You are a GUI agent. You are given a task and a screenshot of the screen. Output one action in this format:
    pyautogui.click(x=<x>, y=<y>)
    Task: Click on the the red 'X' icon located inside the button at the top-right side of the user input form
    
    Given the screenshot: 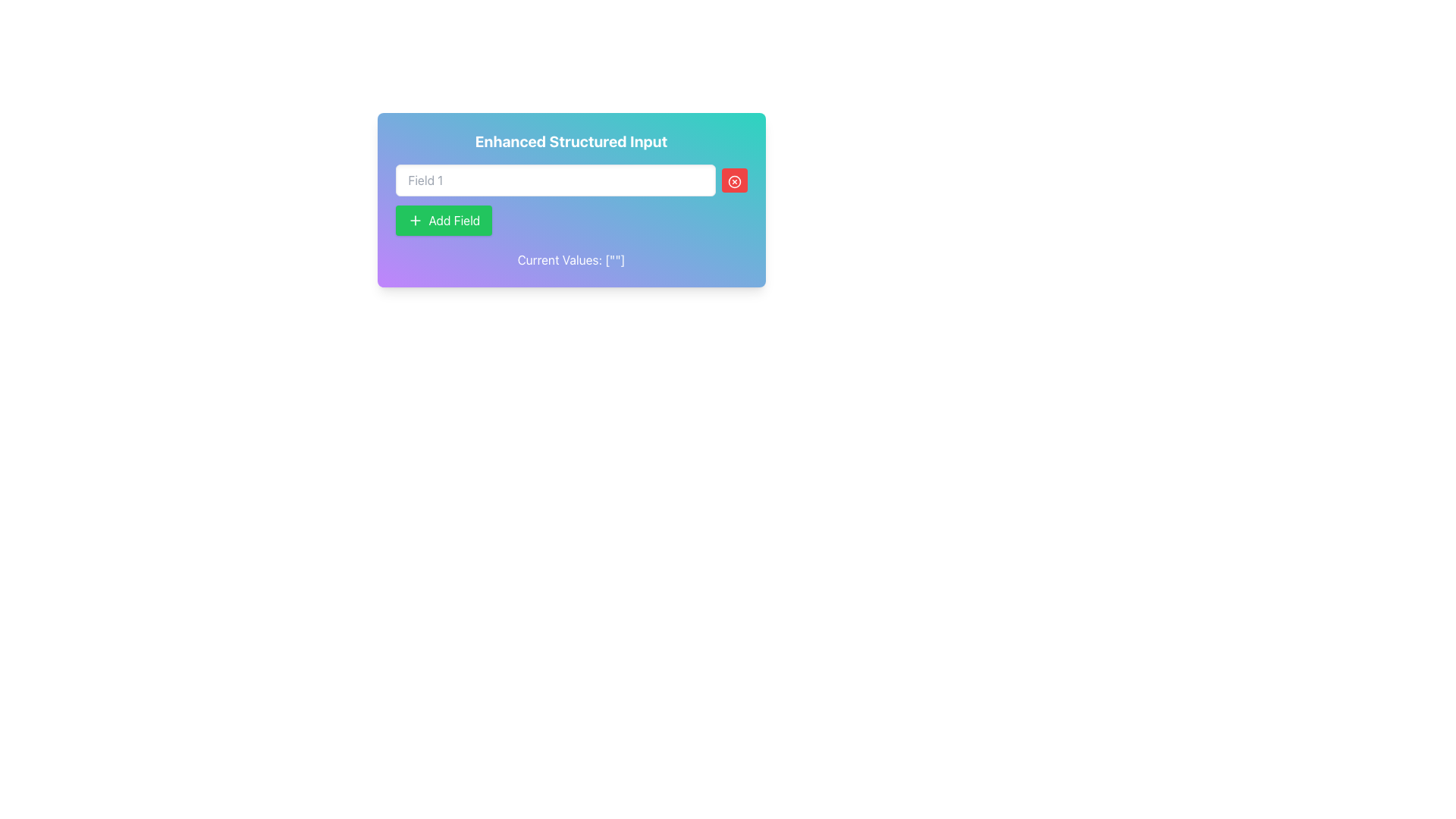 What is the action you would take?
    pyautogui.click(x=734, y=180)
    